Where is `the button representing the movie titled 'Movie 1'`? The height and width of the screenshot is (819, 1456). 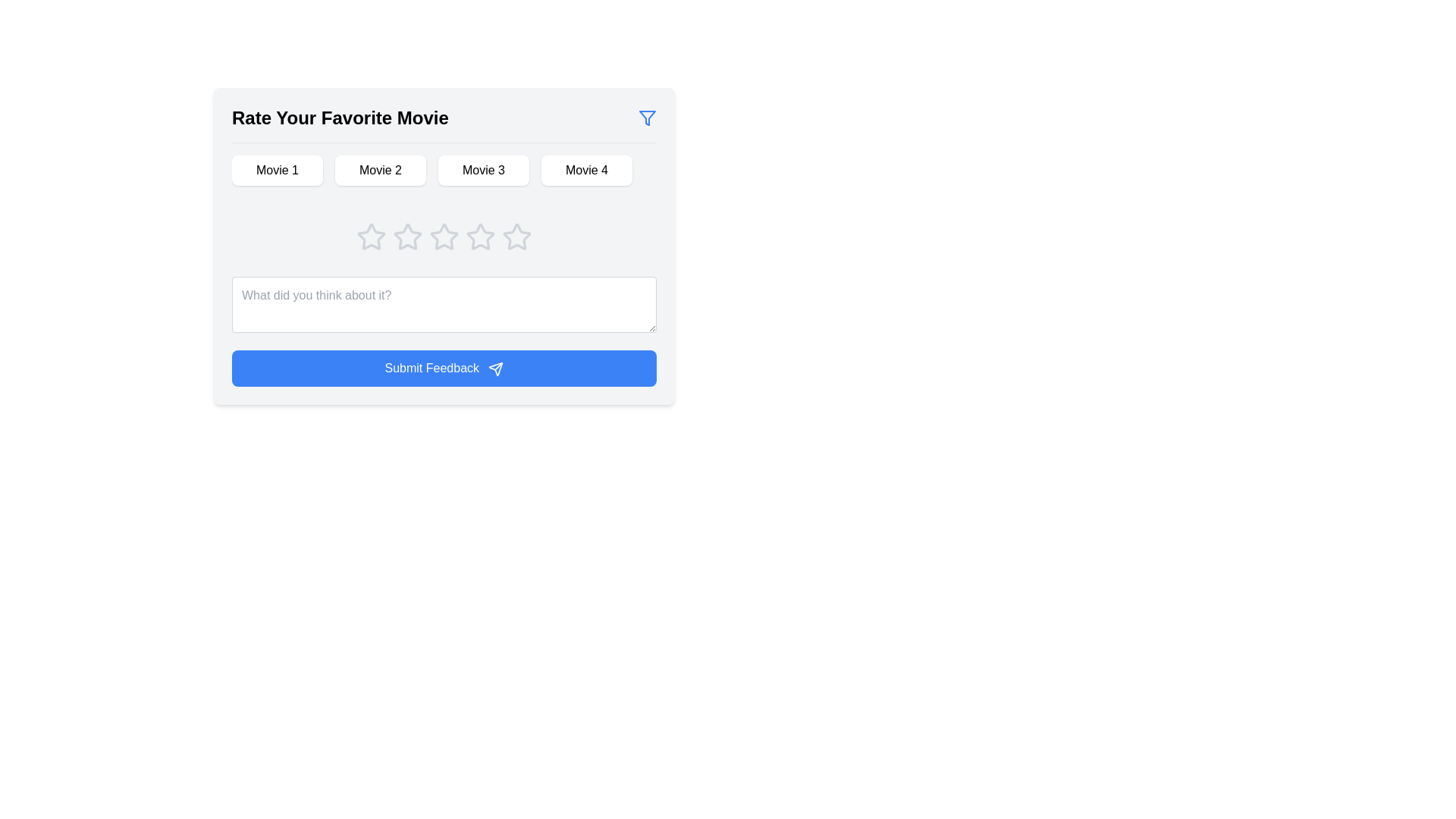
the button representing the movie titled 'Movie 1' is located at coordinates (277, 170).